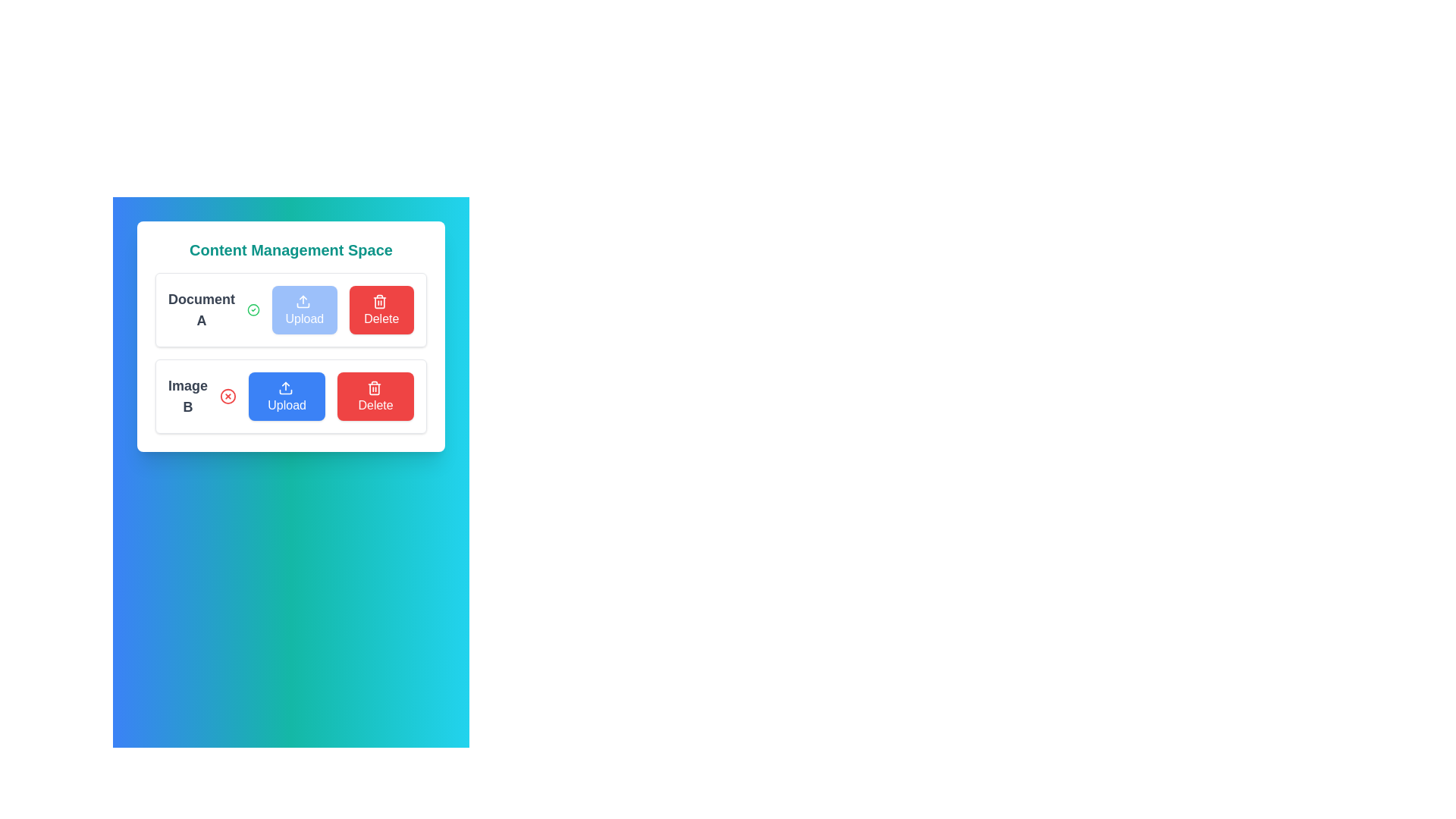  What do you see at coordinates (227, 396) in the screenshot?
I see `the Decorative icon component, which is a circular shape with a red border, located next to the label 'Image B' in the content management interface` at bounding box center [227, 396].